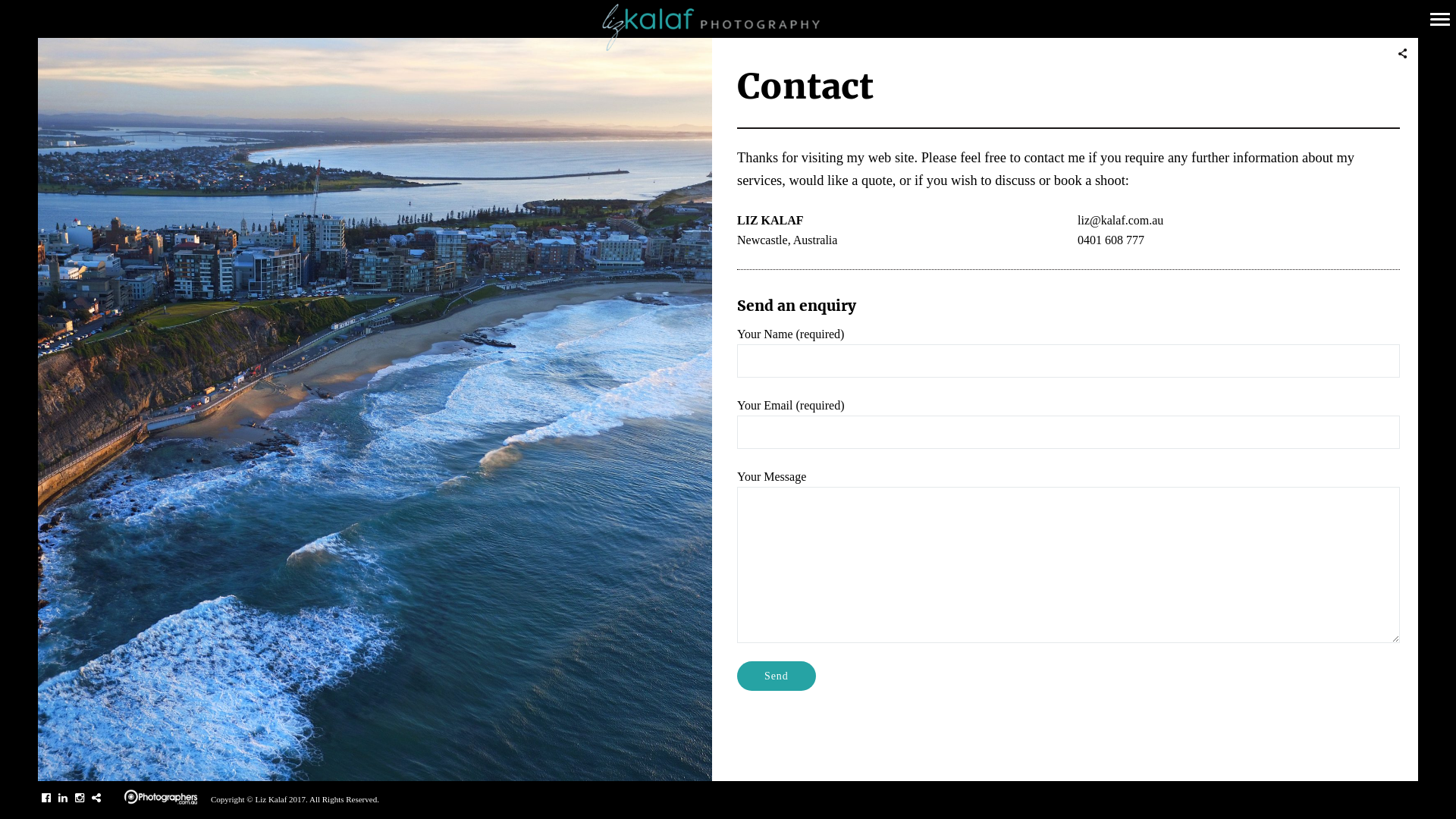 This screenshot has height=819, width=1456. Describe the element at coordinates (736, 675) in the screenshot. I see `'Send'` at that location.